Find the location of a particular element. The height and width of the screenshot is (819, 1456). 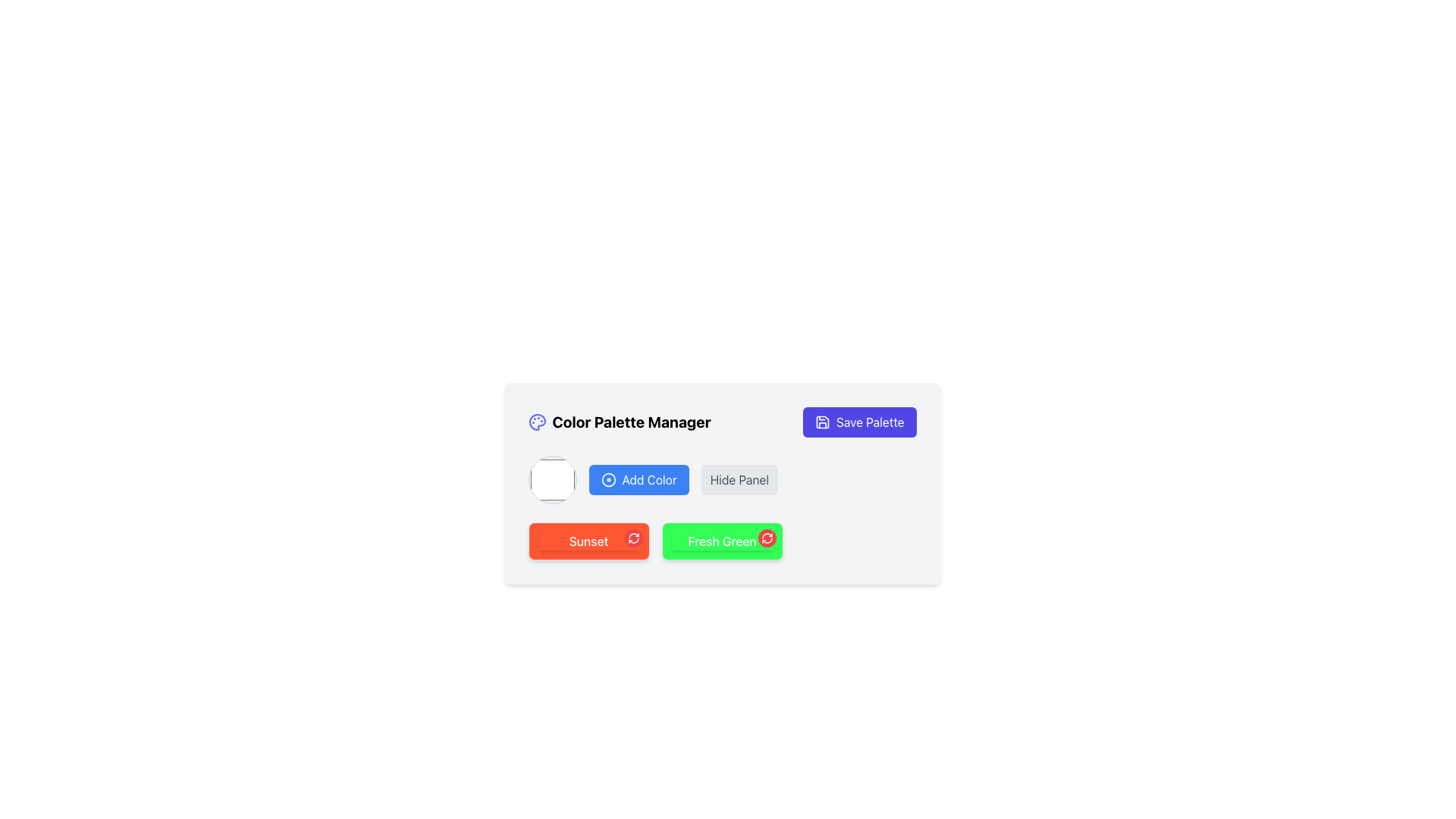

the 'Hide Panel' button which is a rectangular button with a gray background and rounded corners, located to the right of the 'Add Color' button is located at coordinates (739, 479).